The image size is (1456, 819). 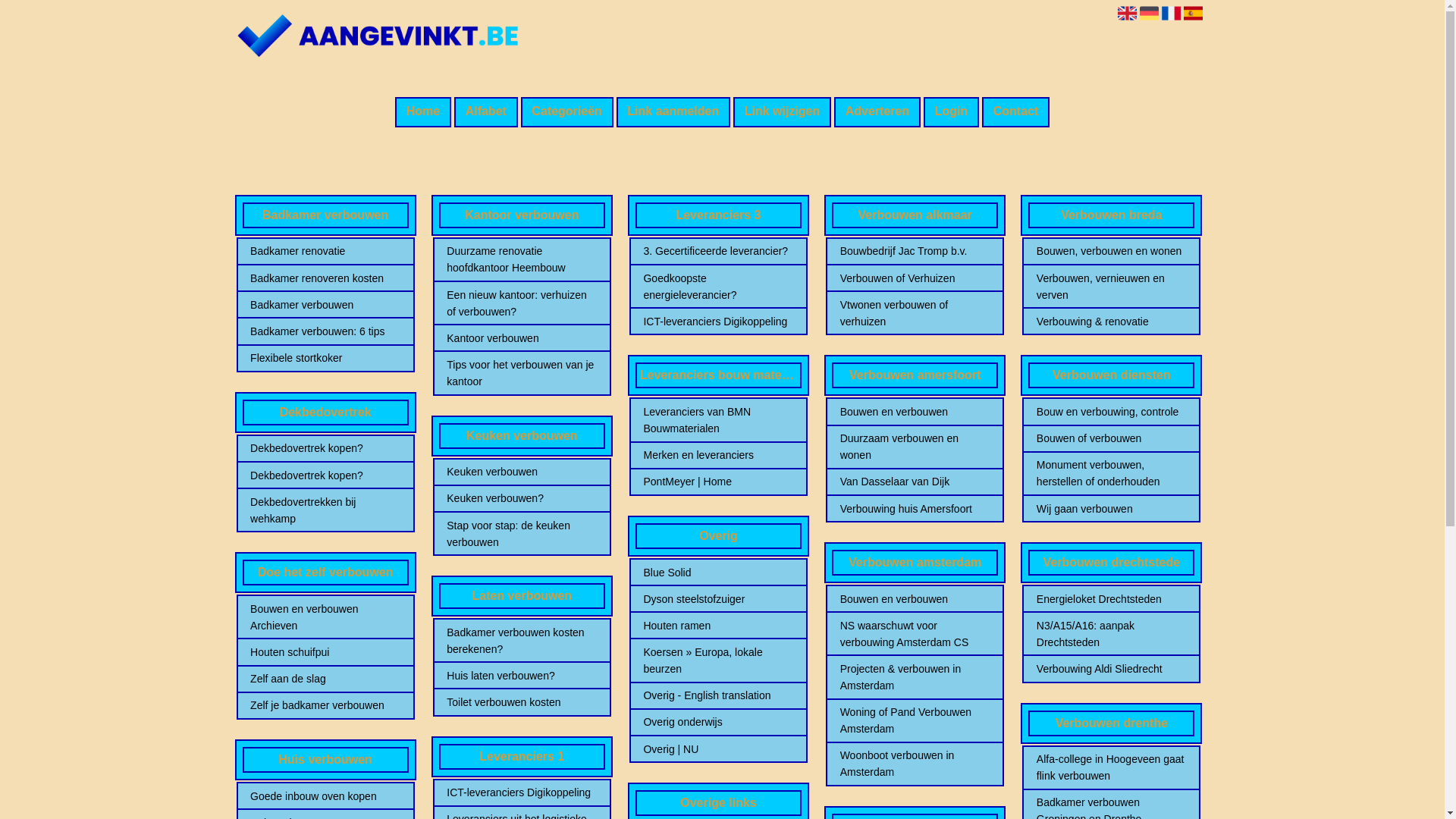 What do you see at coordinates (1111, 767) in the screenshot?
I see `'Alfa-college in Hoogeveen gaat flink verbouwen'` at bounding box center [1111, 767].